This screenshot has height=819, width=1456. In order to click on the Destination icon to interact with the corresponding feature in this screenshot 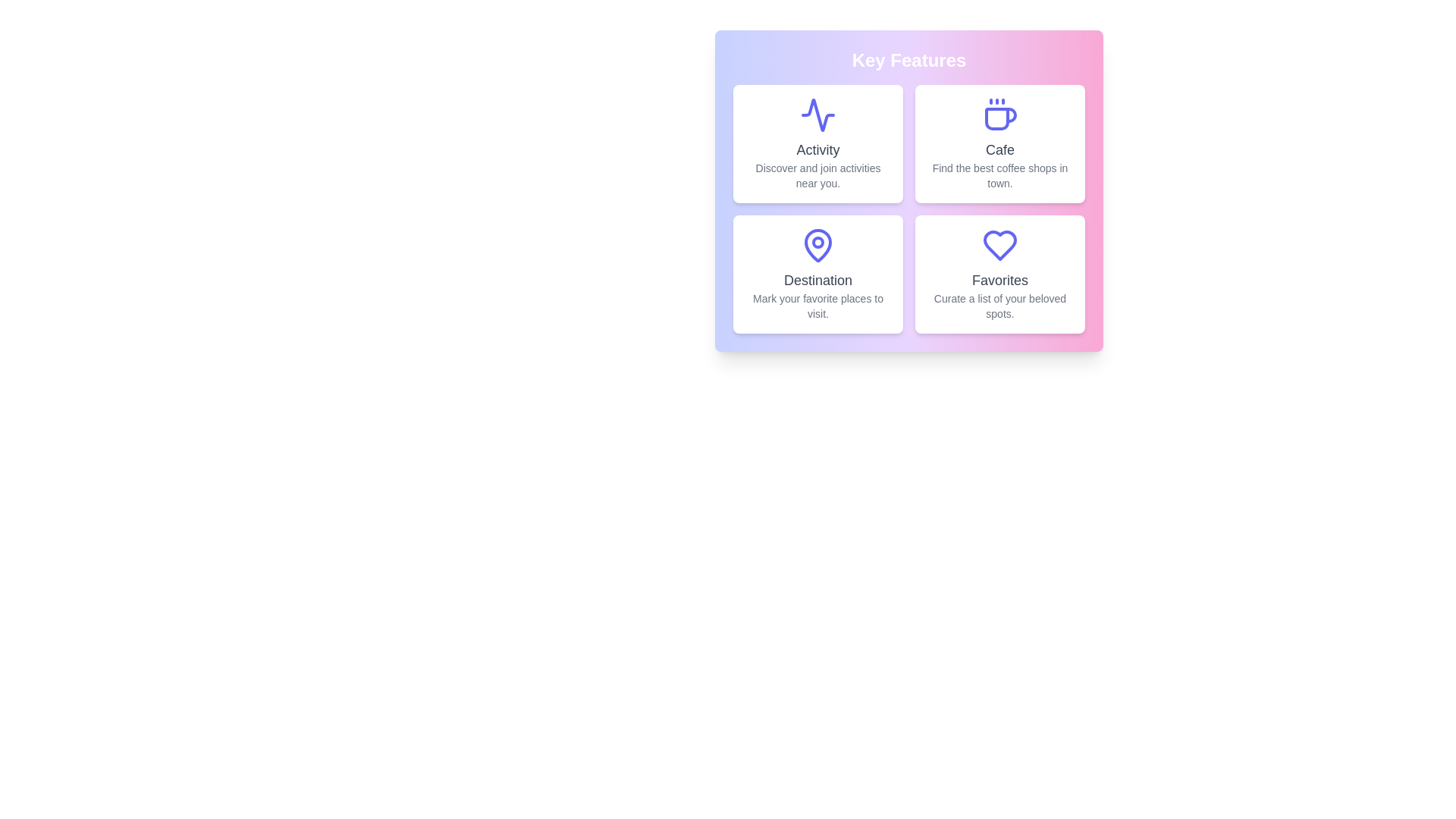, I will do `click(817, 245)`.